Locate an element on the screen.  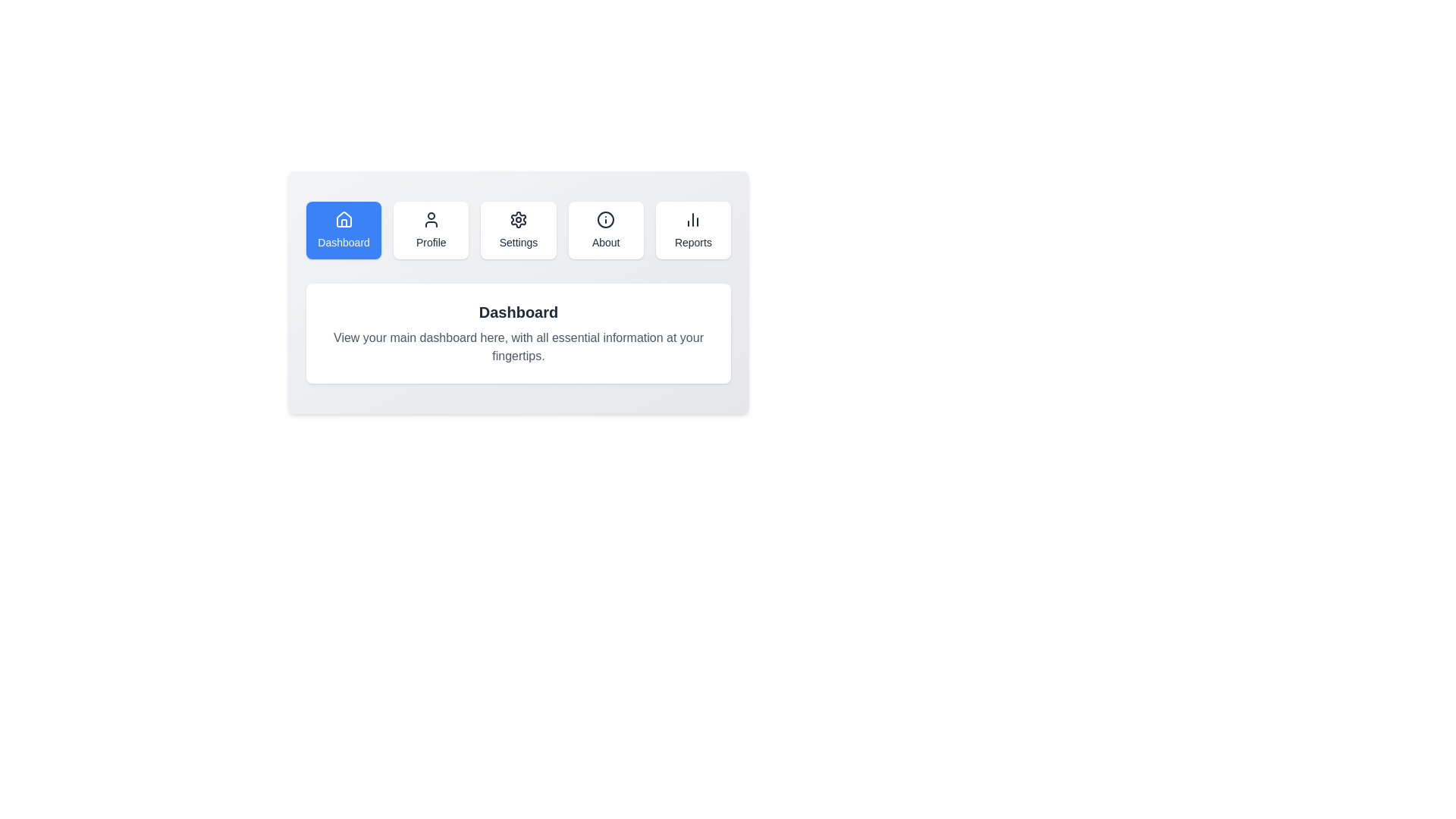
the tab labeled Reports is located at coordinates (692, 231).